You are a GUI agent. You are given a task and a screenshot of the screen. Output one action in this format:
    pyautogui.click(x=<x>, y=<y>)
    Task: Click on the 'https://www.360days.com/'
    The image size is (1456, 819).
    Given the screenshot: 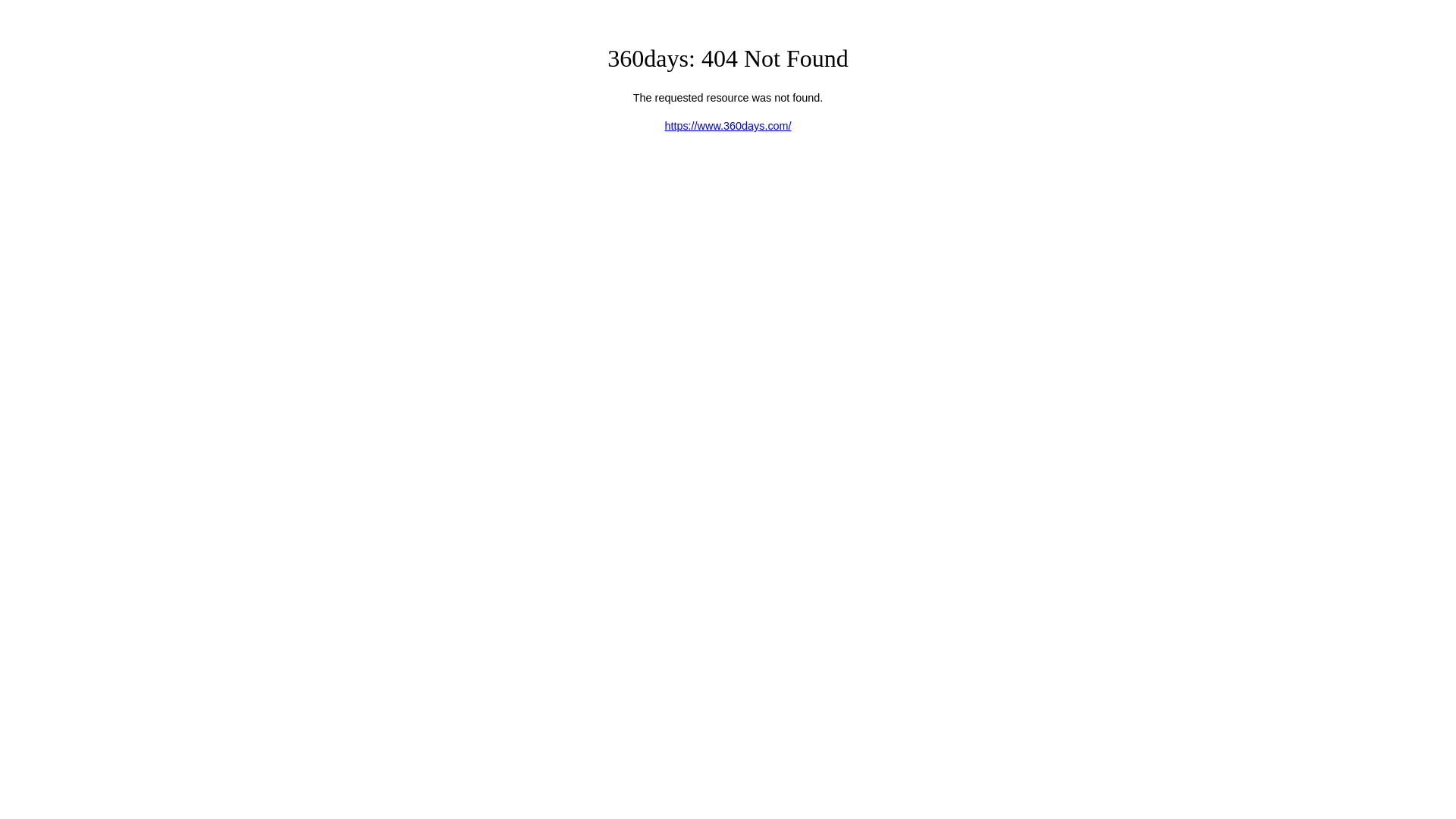 What is the action you would take?
    pyautogui.click(x=726, y=124)
    